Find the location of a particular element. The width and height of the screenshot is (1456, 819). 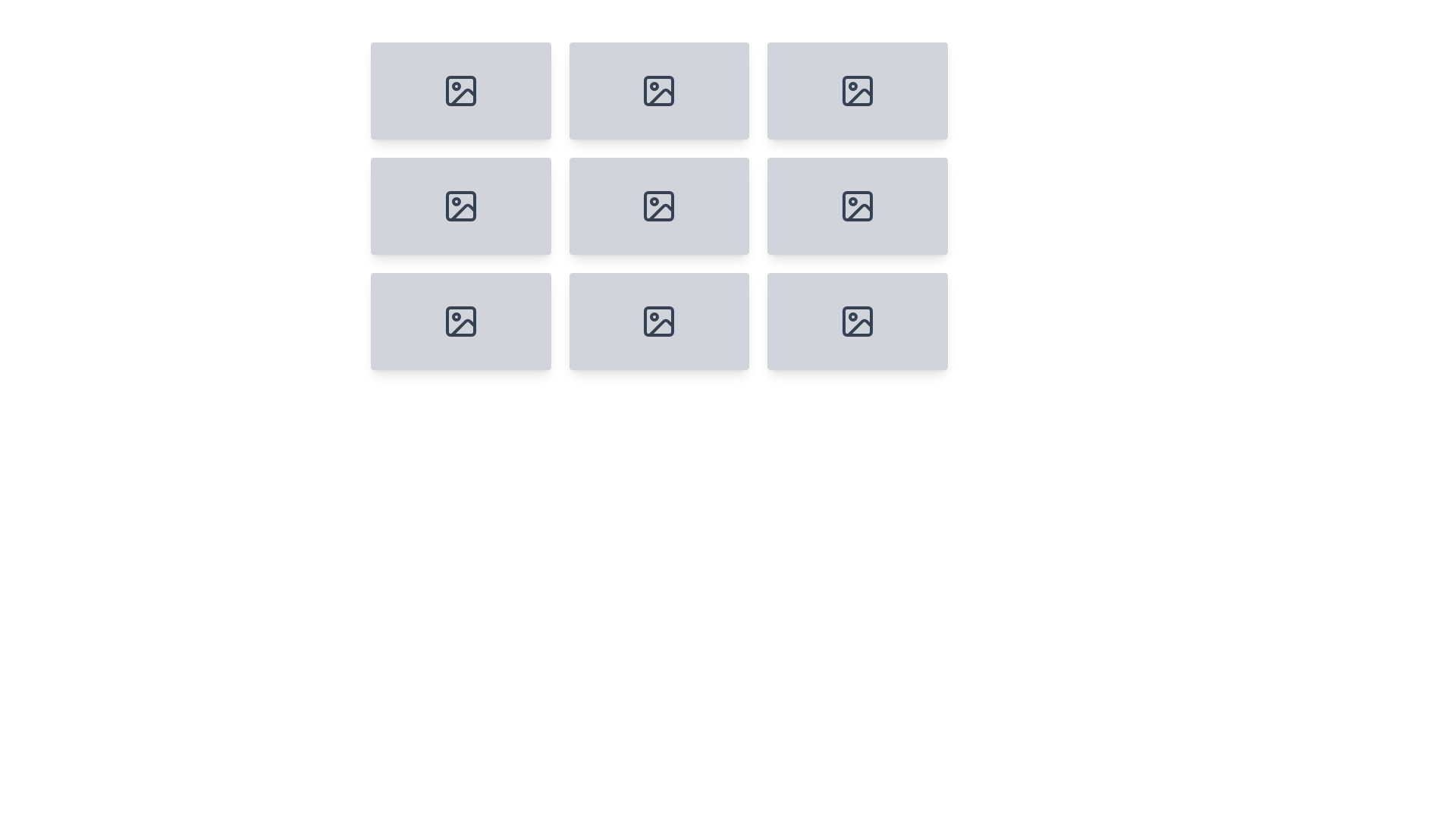

the image placeholder icon located in the middle row and middle column of a 3x3 grid layout is located at coordinates (659, 206).